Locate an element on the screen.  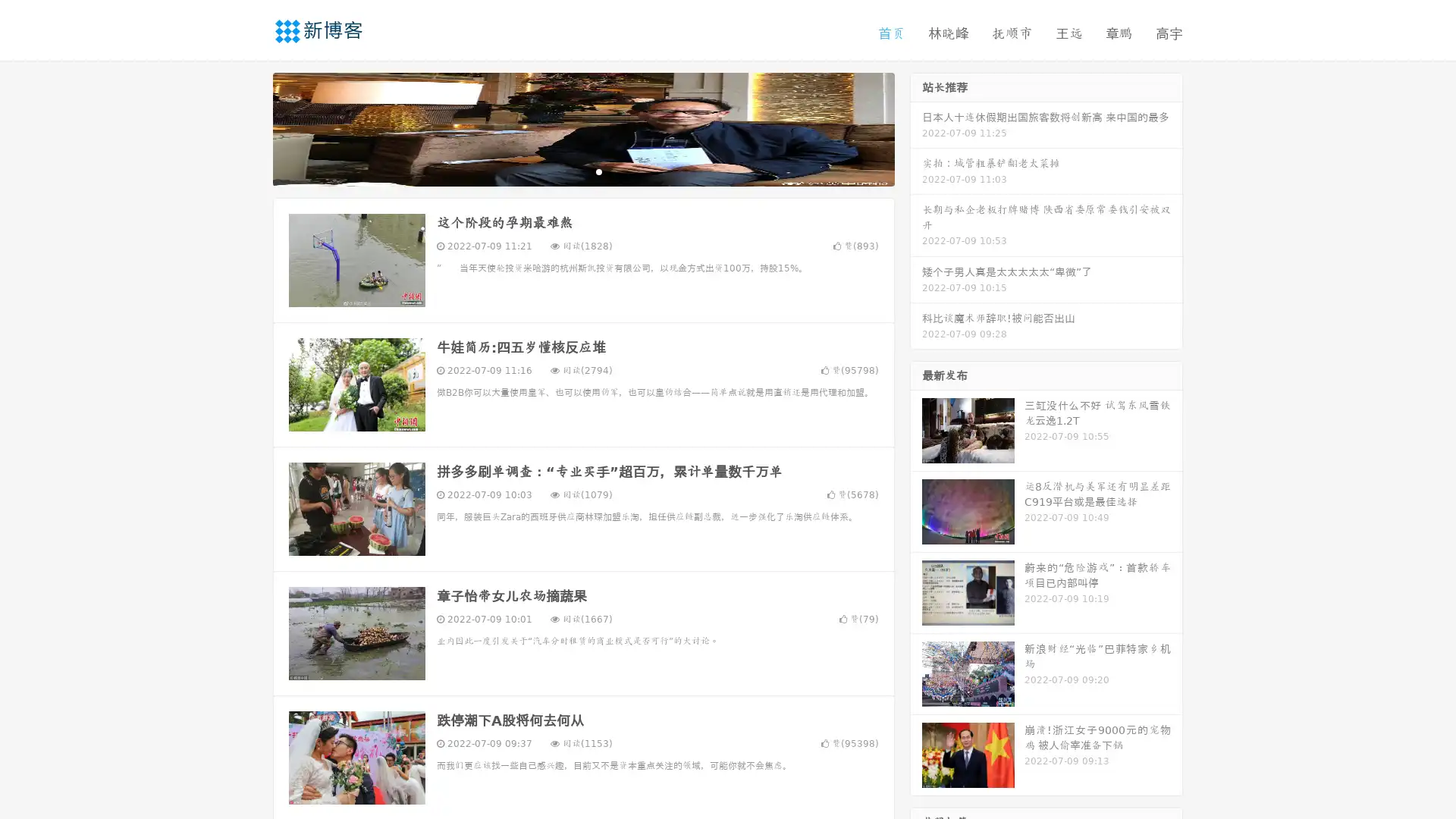
Go to slide 2 is located at coordinates (582, 171).